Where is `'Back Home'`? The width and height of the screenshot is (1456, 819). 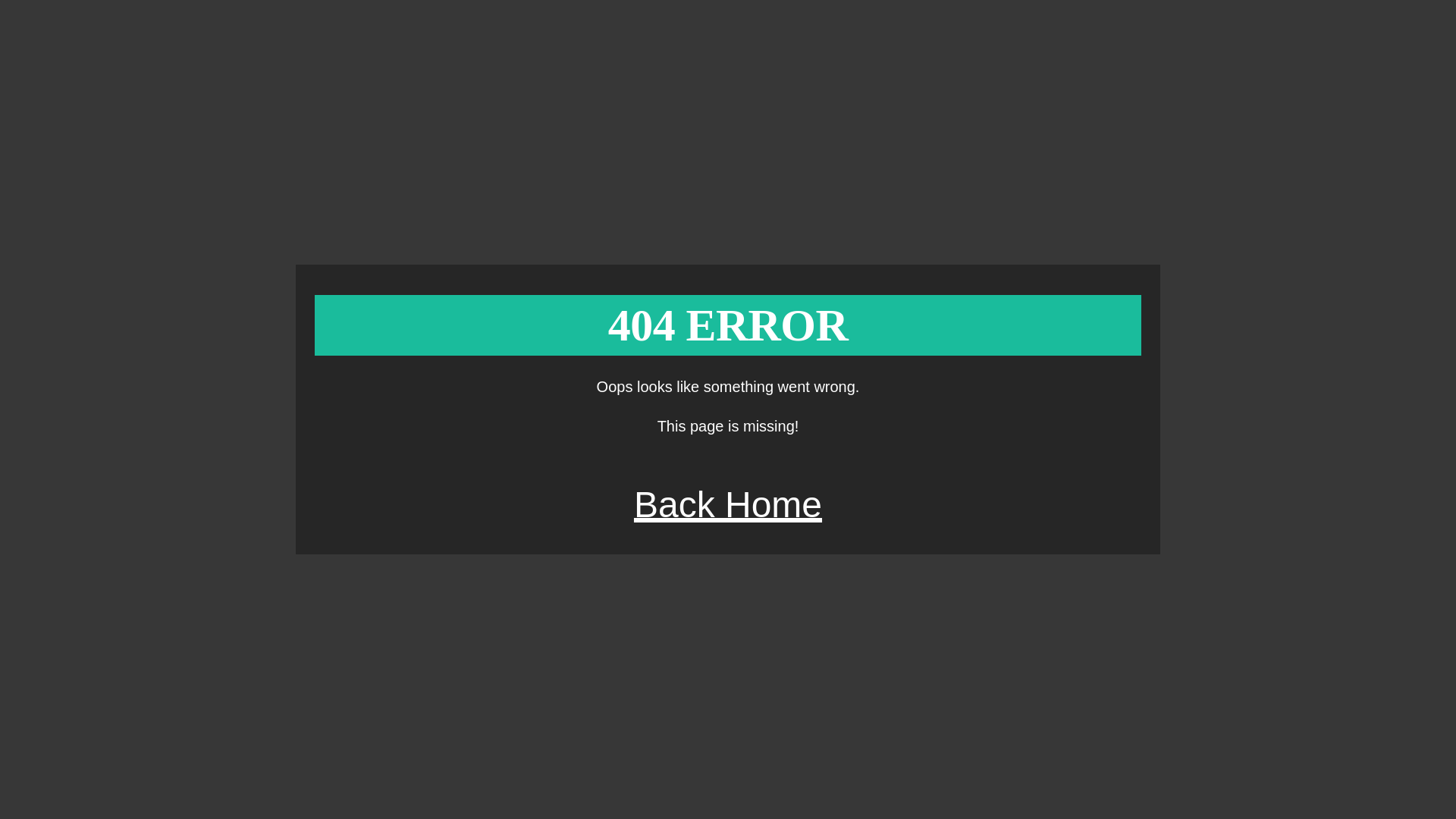 'Back Home' is located at coordinates (728, 504).